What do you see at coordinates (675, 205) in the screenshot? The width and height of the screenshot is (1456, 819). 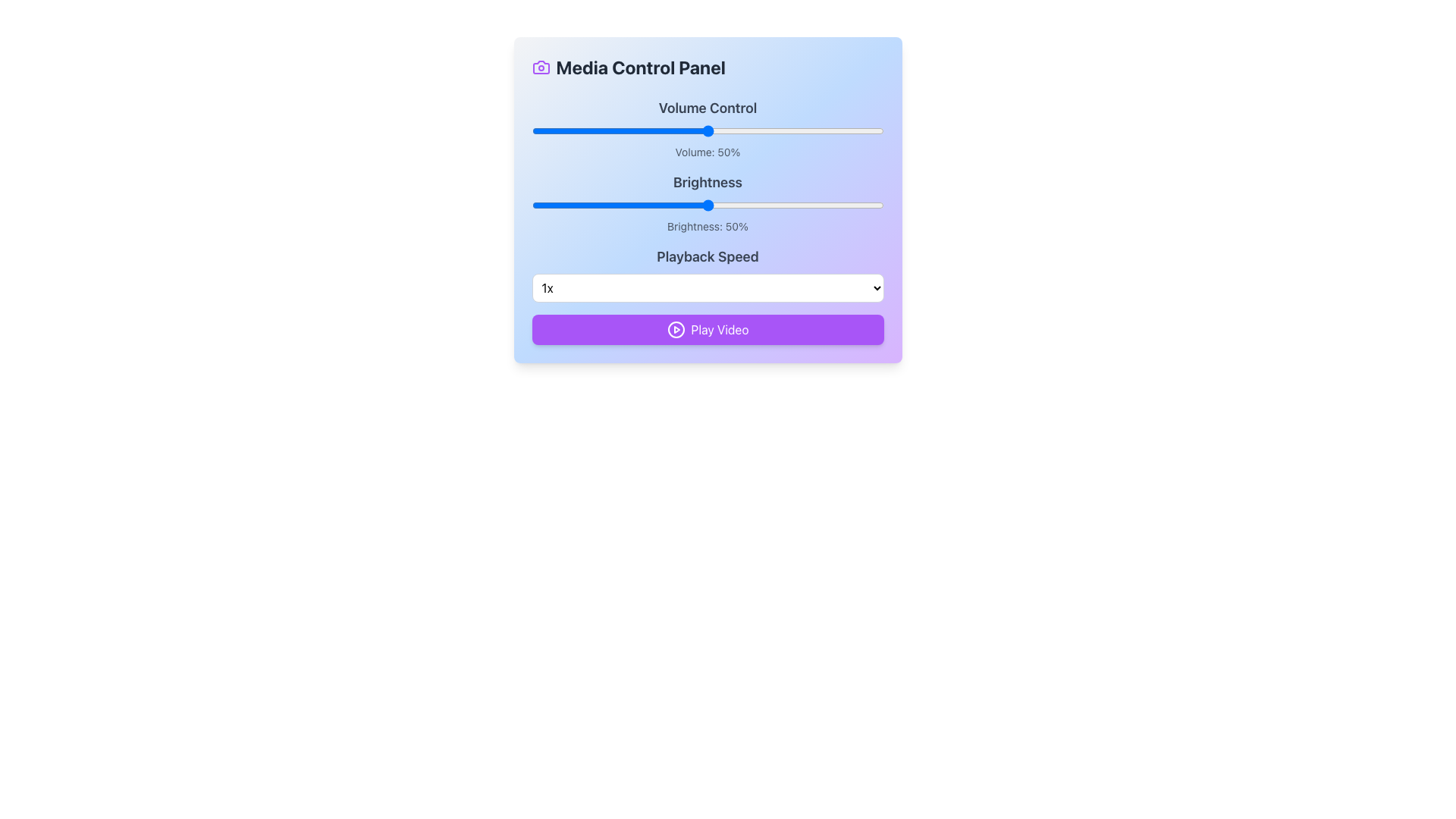 I see `brightness` at bounding box center [675, 205].